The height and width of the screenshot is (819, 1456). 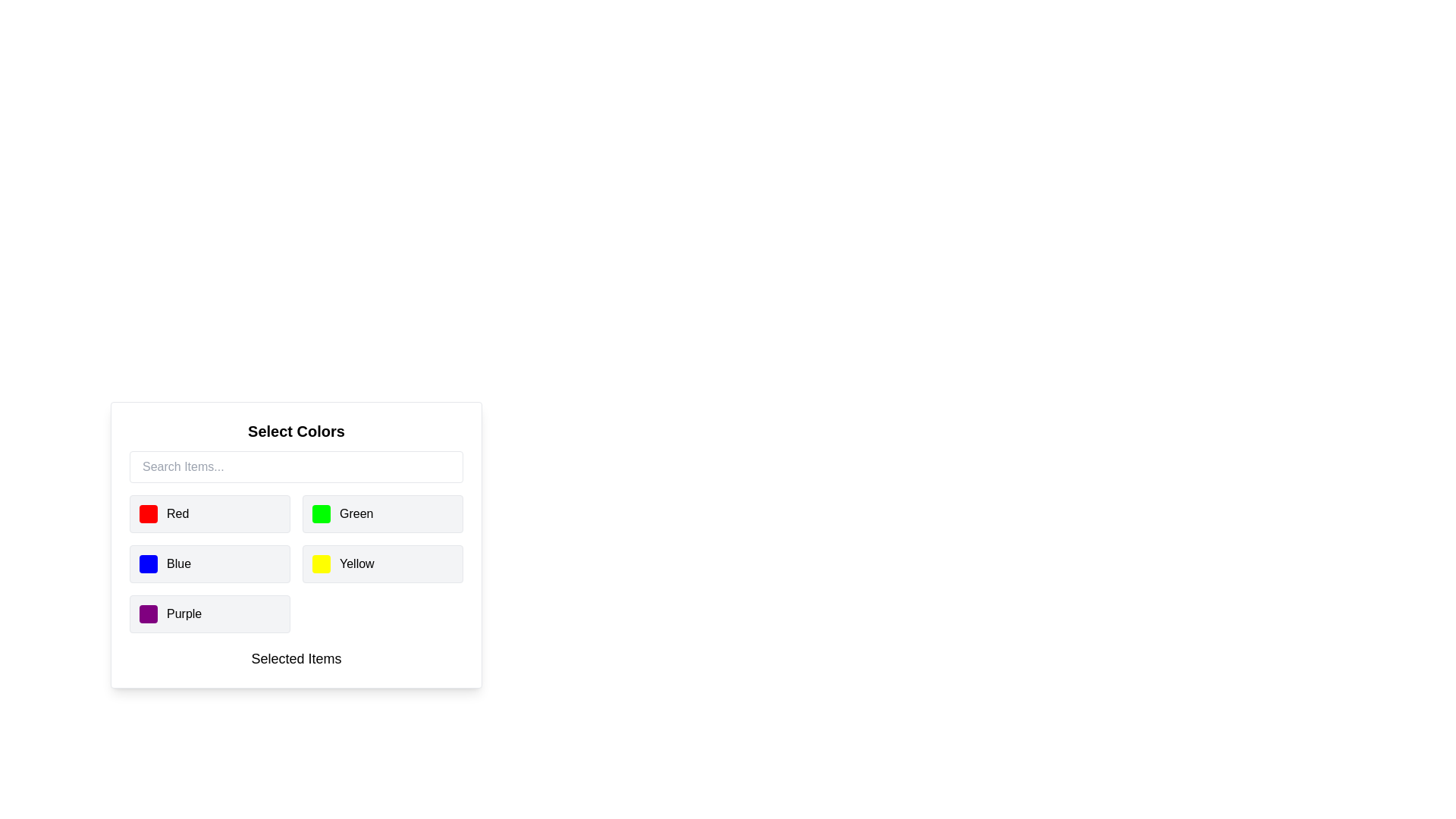 What do you see at coordinates (342, 513) in the screenshot?
I see `the second selectable list item labeled 'Green'` at bounding box center [342, 513].